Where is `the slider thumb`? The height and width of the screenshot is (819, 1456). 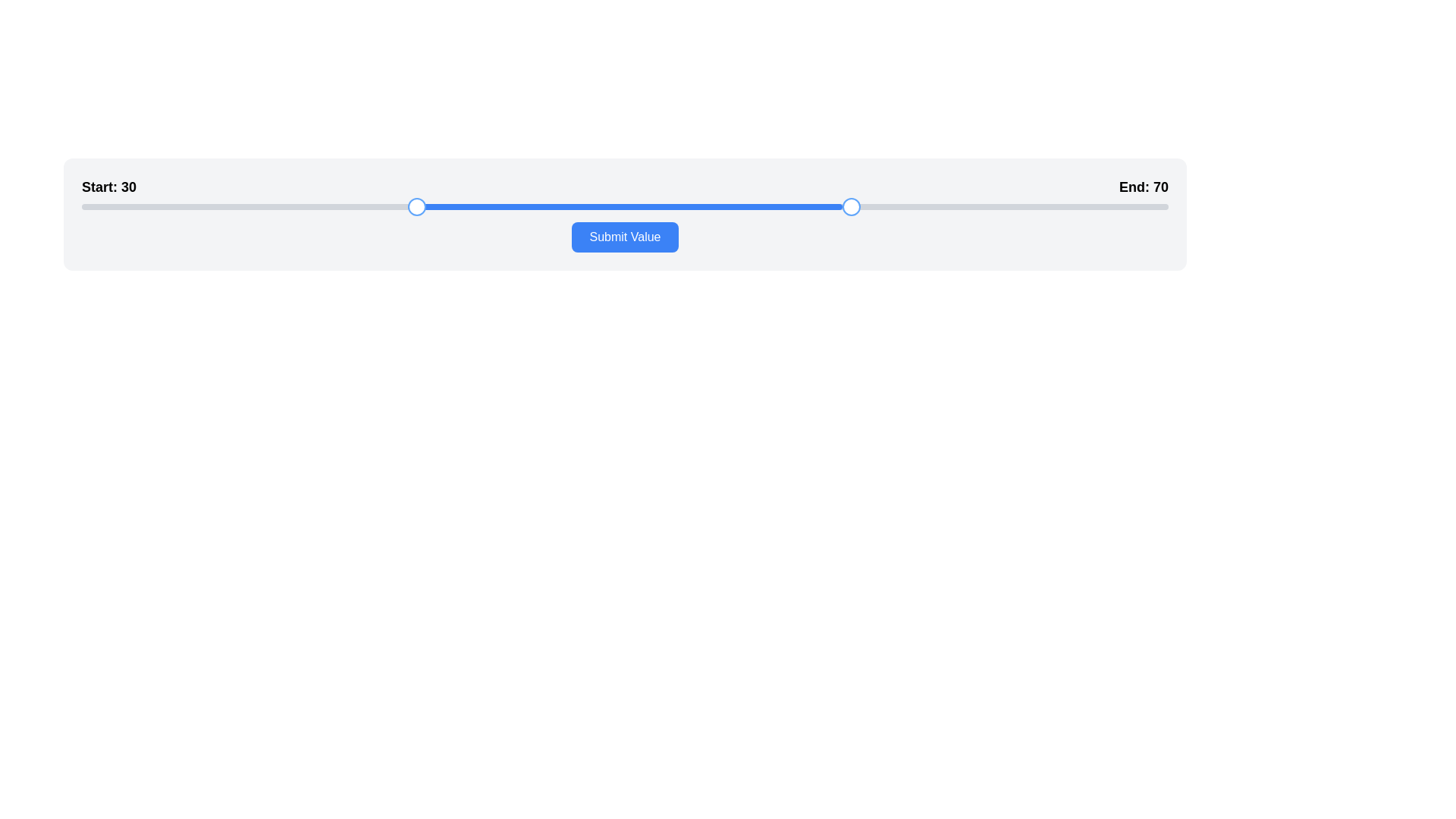
the slider thumb is located at coordinates (268, 207).